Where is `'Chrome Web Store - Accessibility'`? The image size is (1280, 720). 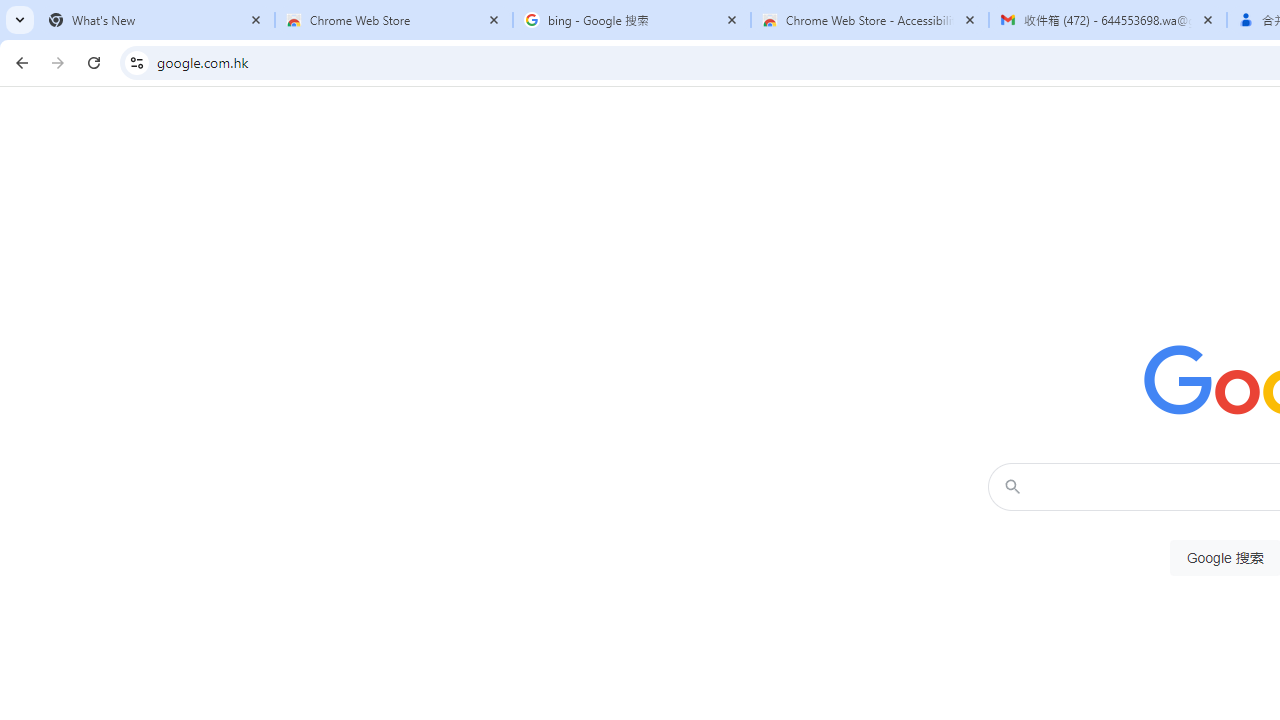
'Chrome Web Store - Accessibility' is located at coordinates (870, 20).